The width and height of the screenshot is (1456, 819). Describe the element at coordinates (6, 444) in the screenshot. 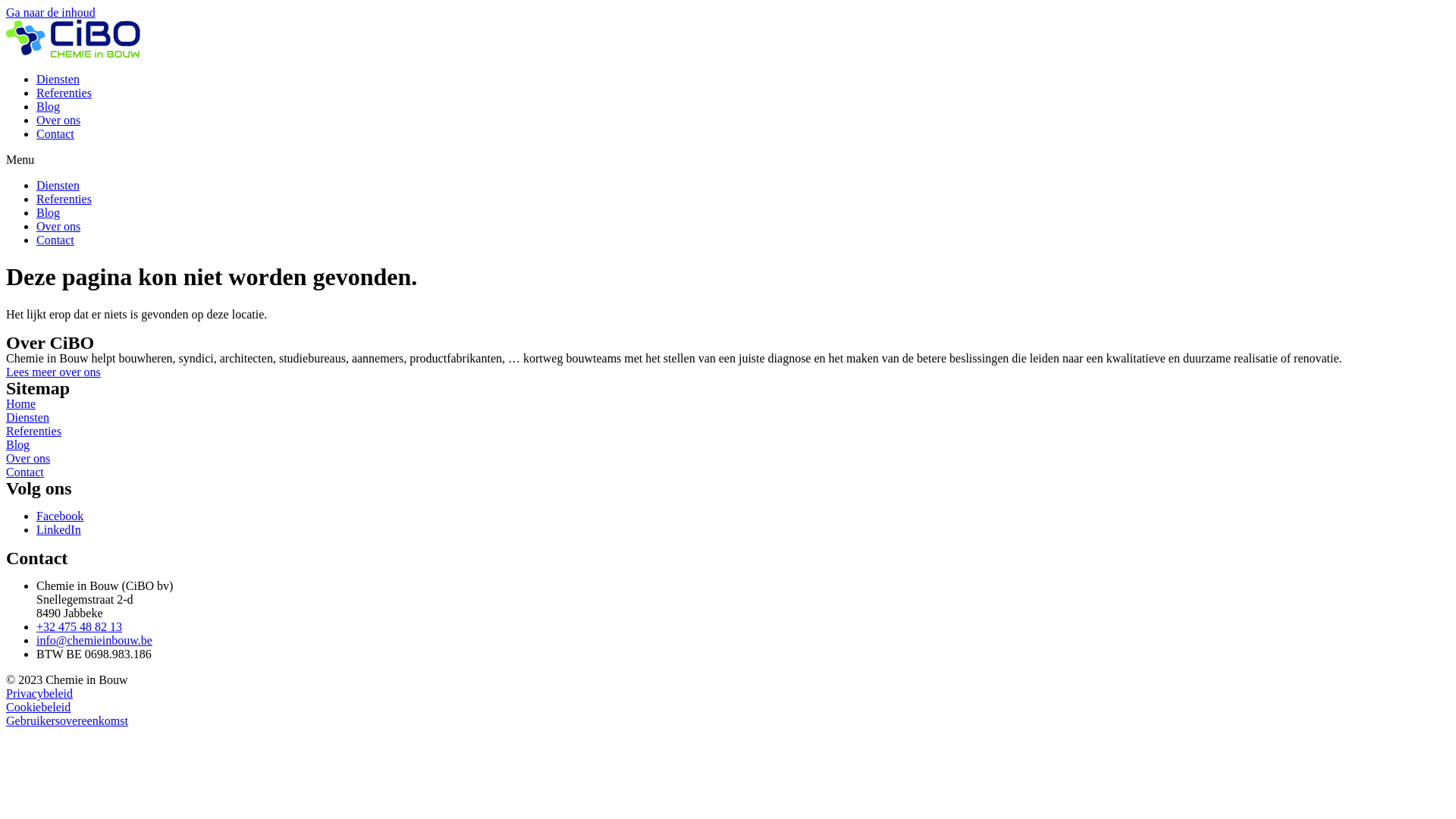

I see `'Blog'` at that location.